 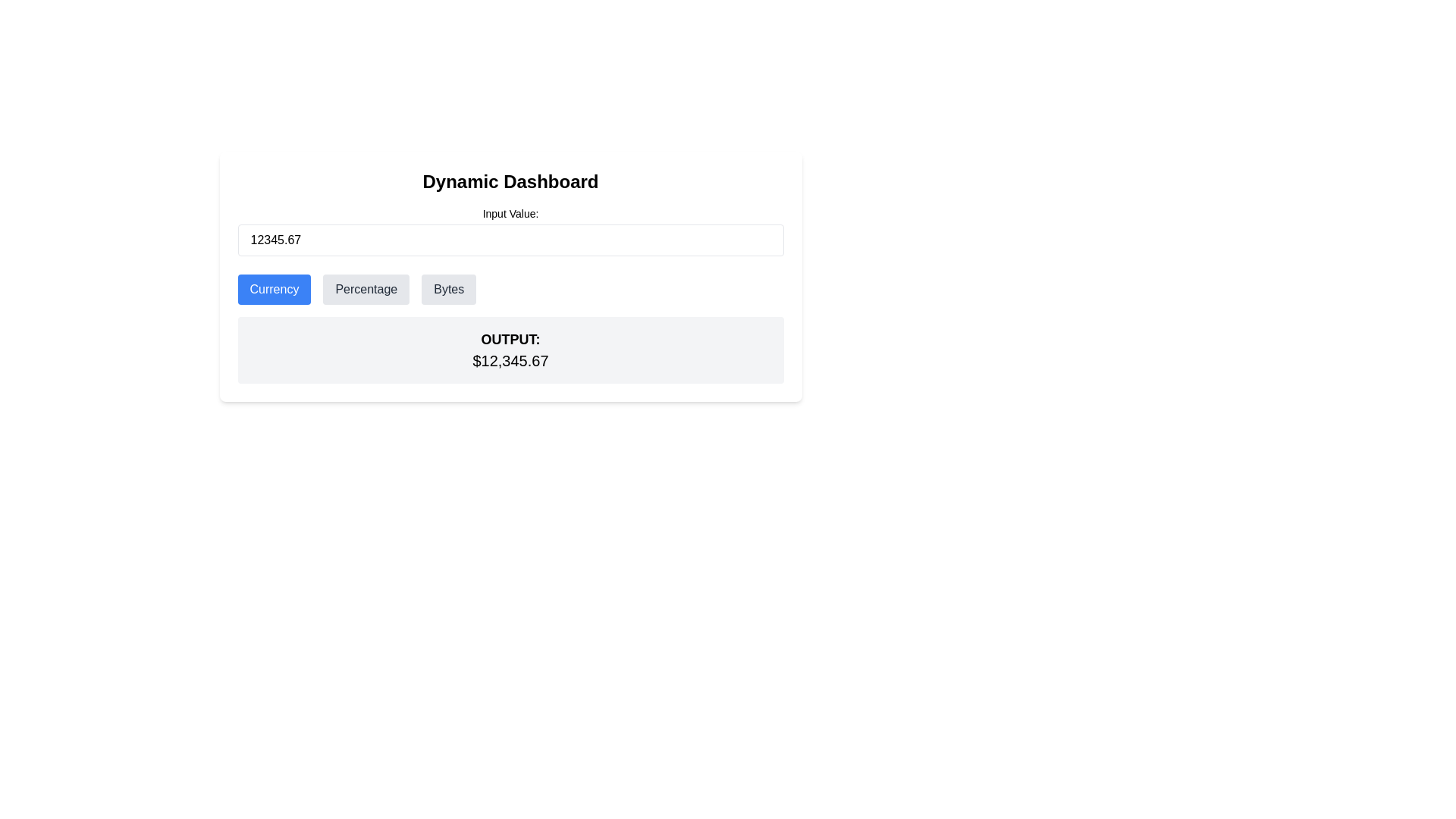 I want to click on the bold text label reading 'Dynamic Dashboard', which serves as the heading for the section at the top of the interface, so click(x=510, y=180).